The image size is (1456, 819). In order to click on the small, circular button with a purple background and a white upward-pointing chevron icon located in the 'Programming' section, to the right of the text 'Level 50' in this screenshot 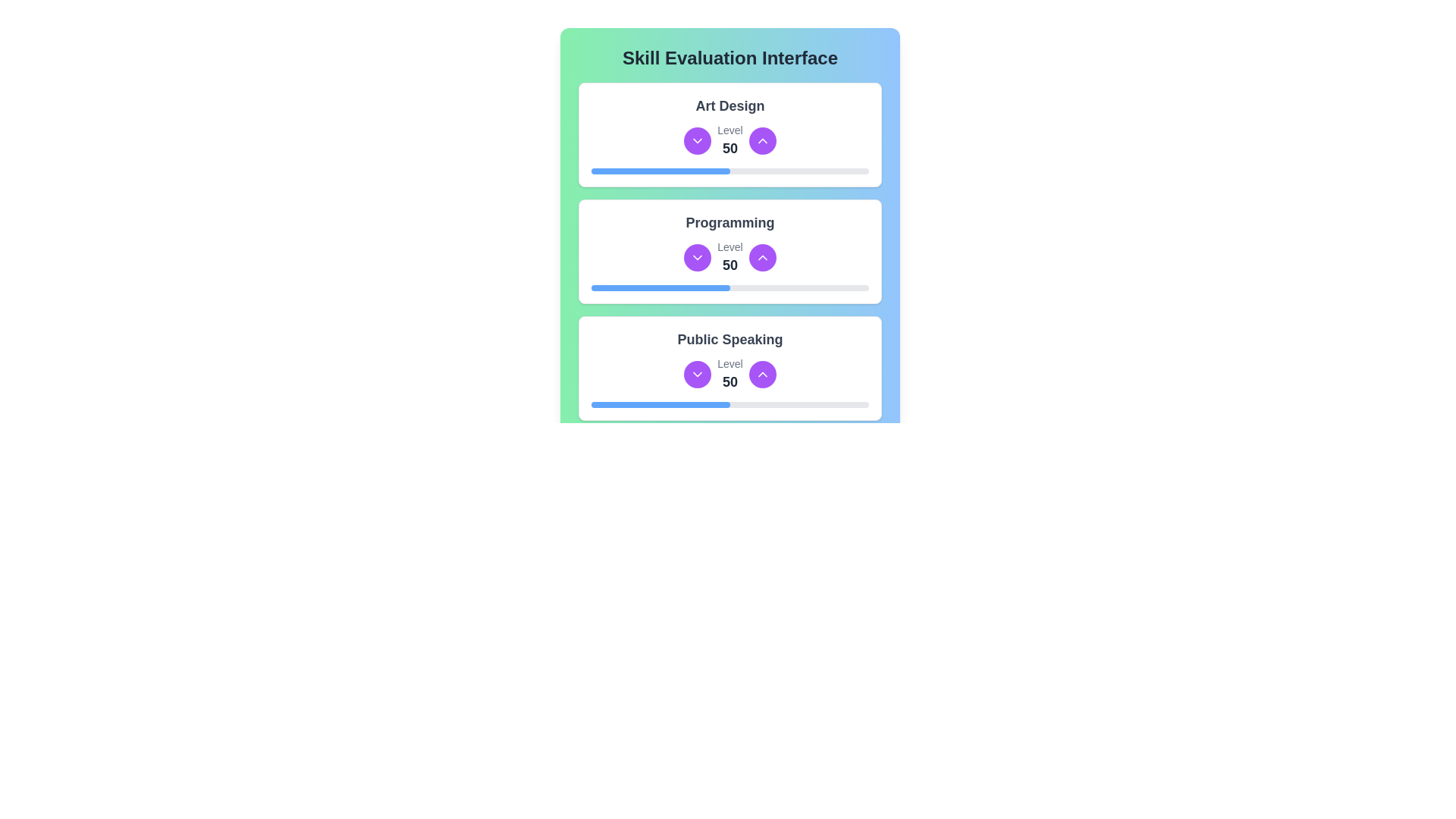, I will do `click(762, 256)`.